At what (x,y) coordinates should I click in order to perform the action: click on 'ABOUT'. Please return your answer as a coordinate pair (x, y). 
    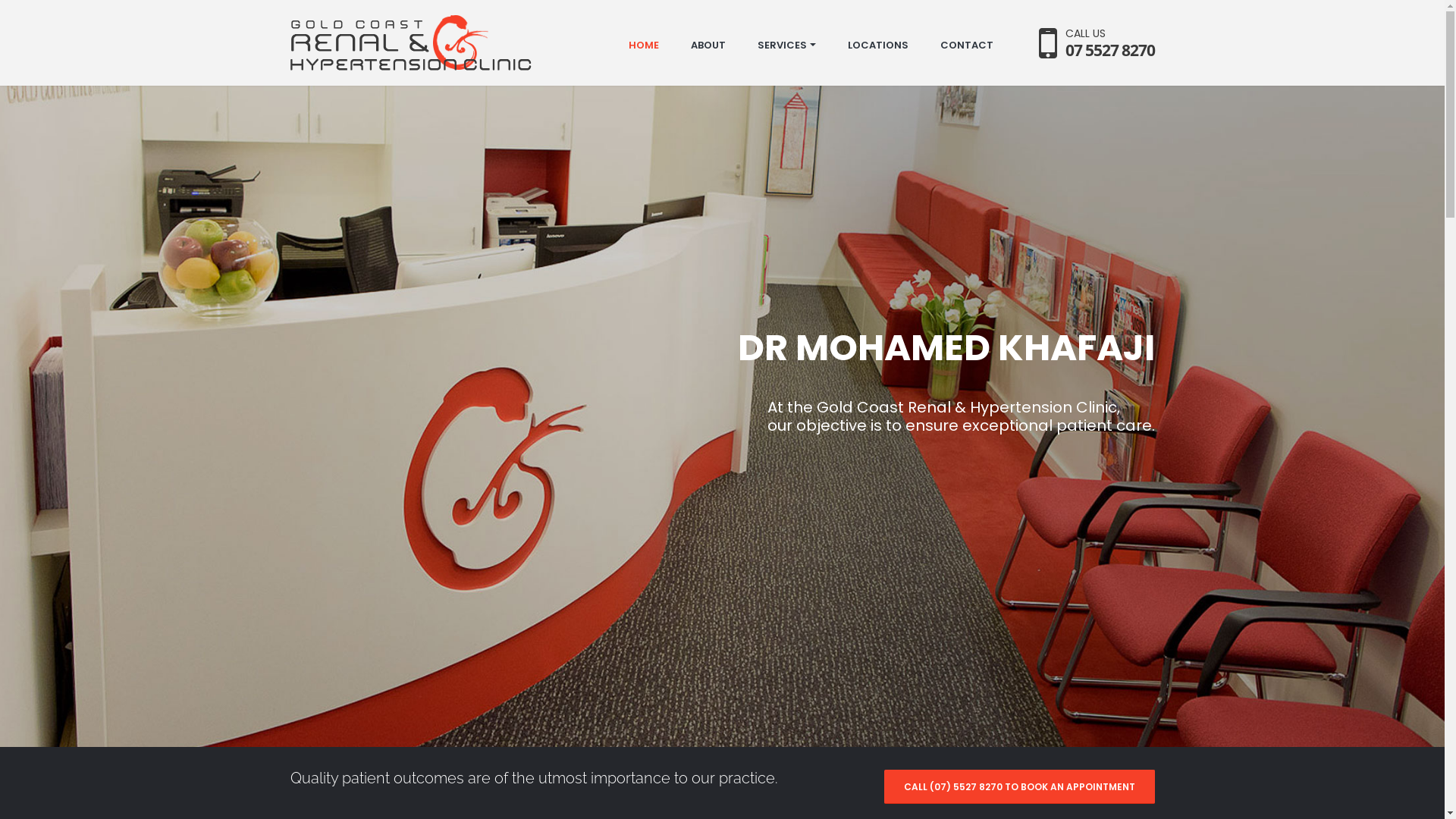
    Looking at the image, I should click on (706, 45).